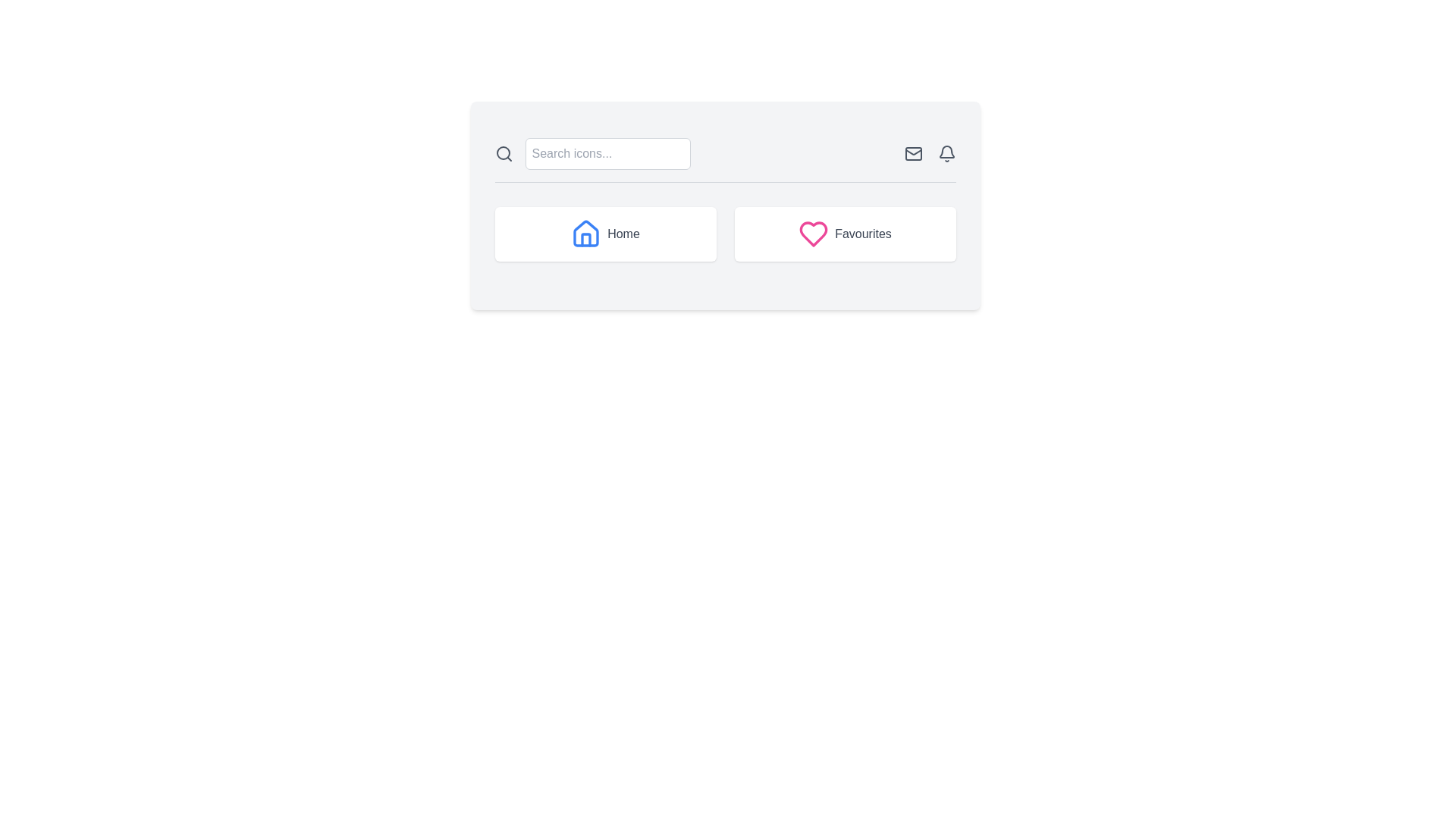 The image size is (1456, 819). Describe the element at coordinates (912, 154) in the screenshot. I see `the envelope icon in the top-right section of the application interface` at that location.